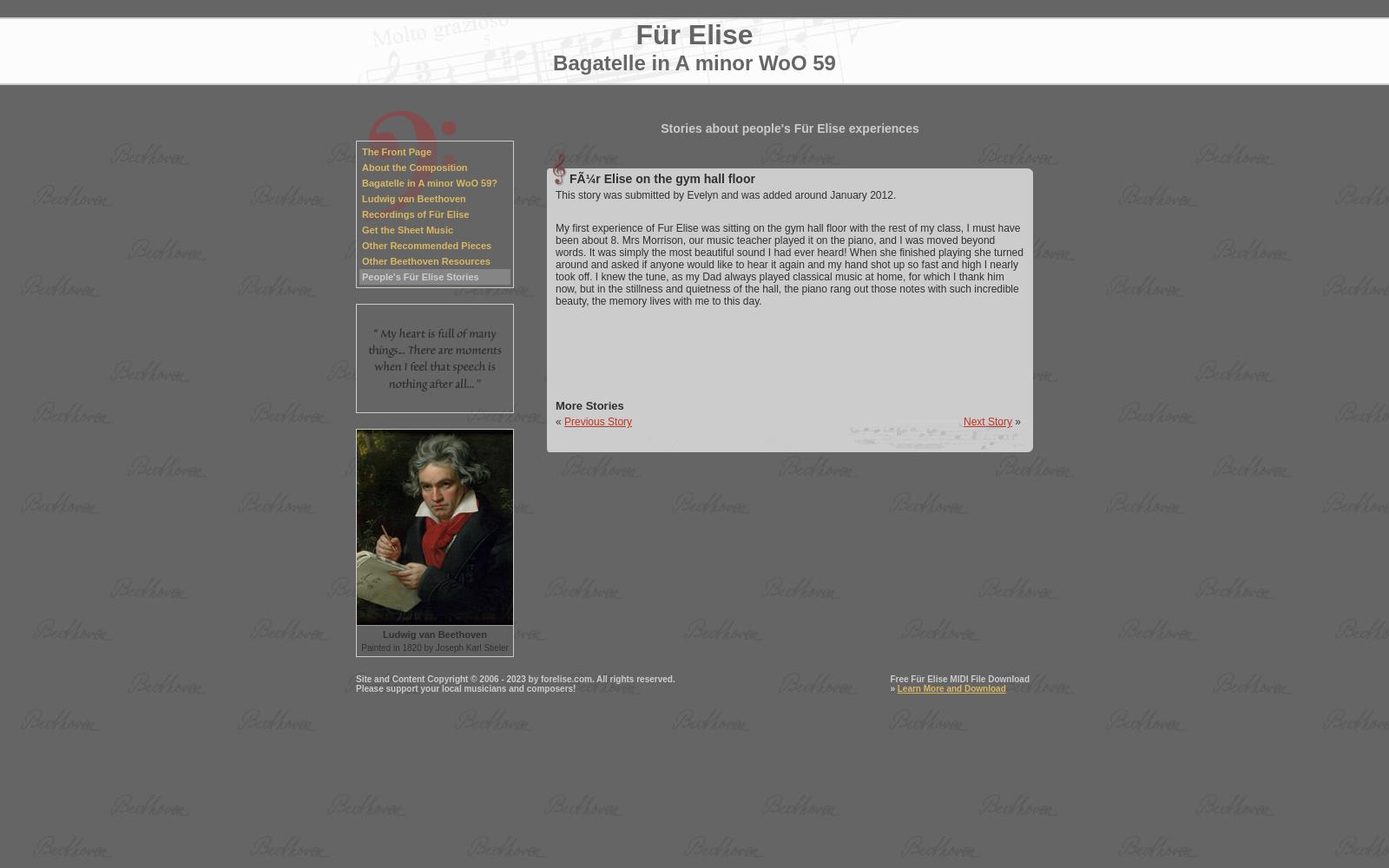 This screenshot has height=868, width=1389. Describe the element at coordinates (662, 178) in the screenshot. I see `'FÃ¼r Elise on the gym hall floor'` at that location.